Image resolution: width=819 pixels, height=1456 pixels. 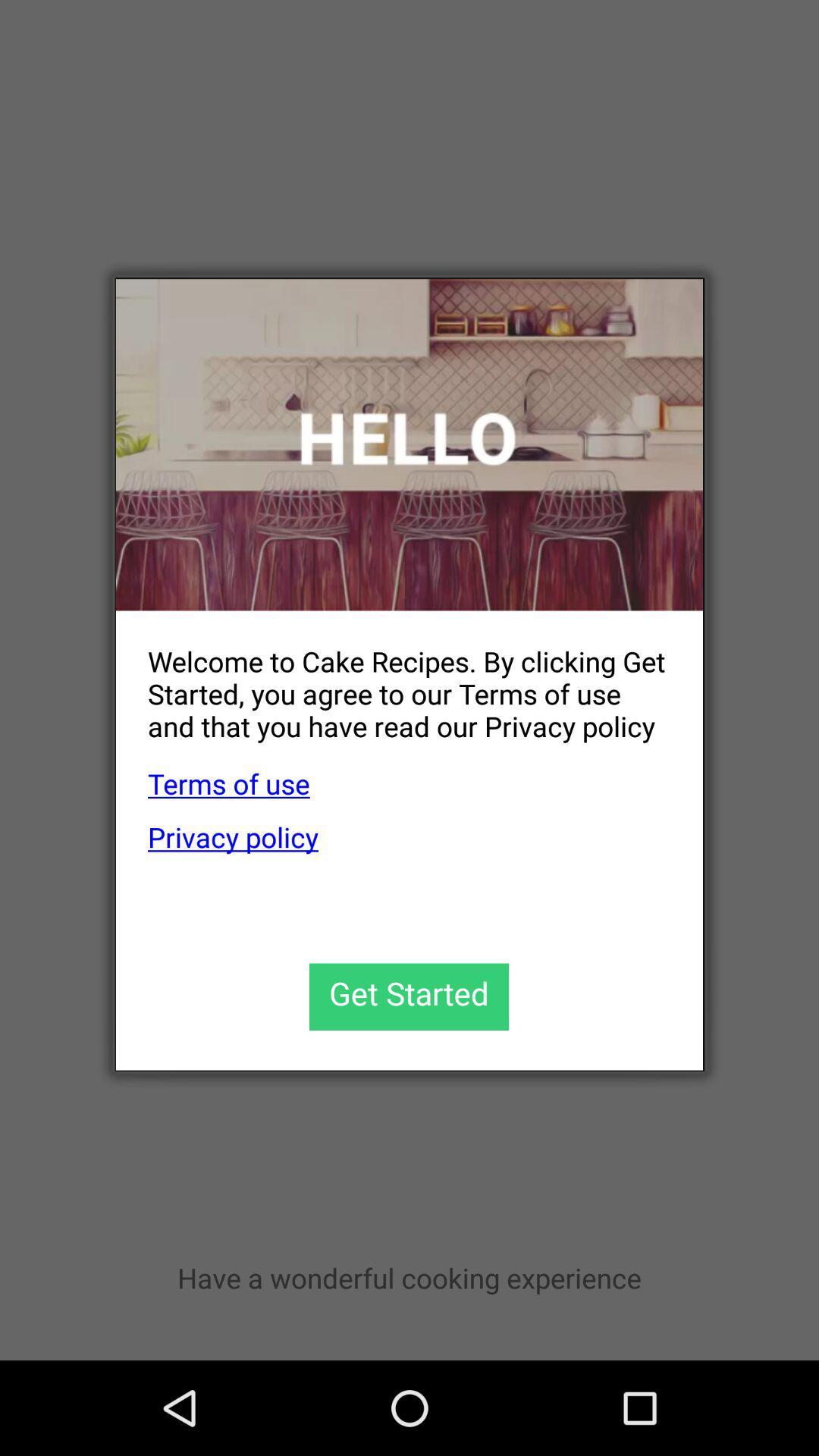 What do you see at coordinates (408, 996) in the screenshot?
I see `get started` at bounding box center [408, 996].